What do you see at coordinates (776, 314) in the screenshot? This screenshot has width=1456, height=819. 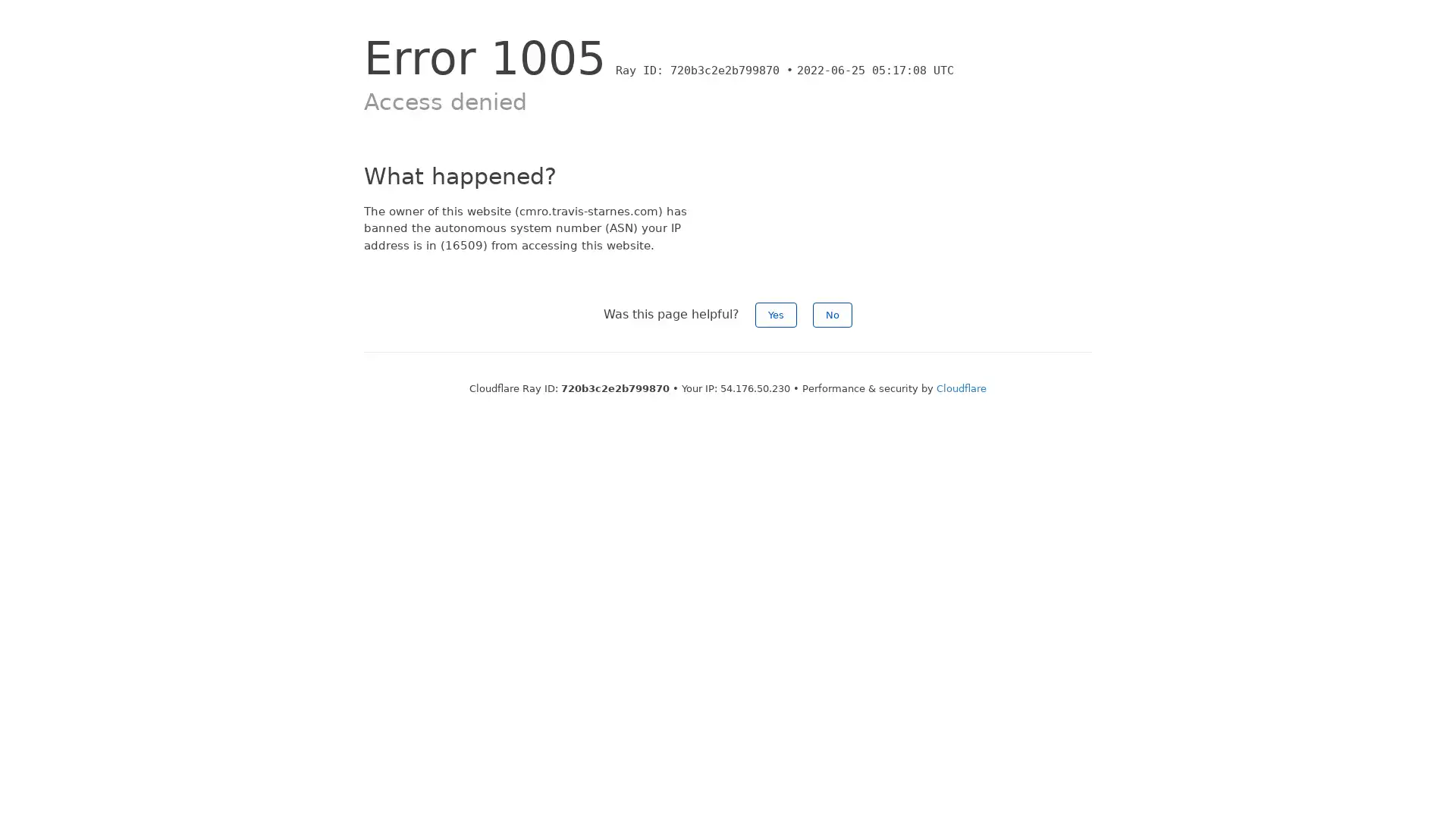 I see `Yes` at bounding box center [776, 314].